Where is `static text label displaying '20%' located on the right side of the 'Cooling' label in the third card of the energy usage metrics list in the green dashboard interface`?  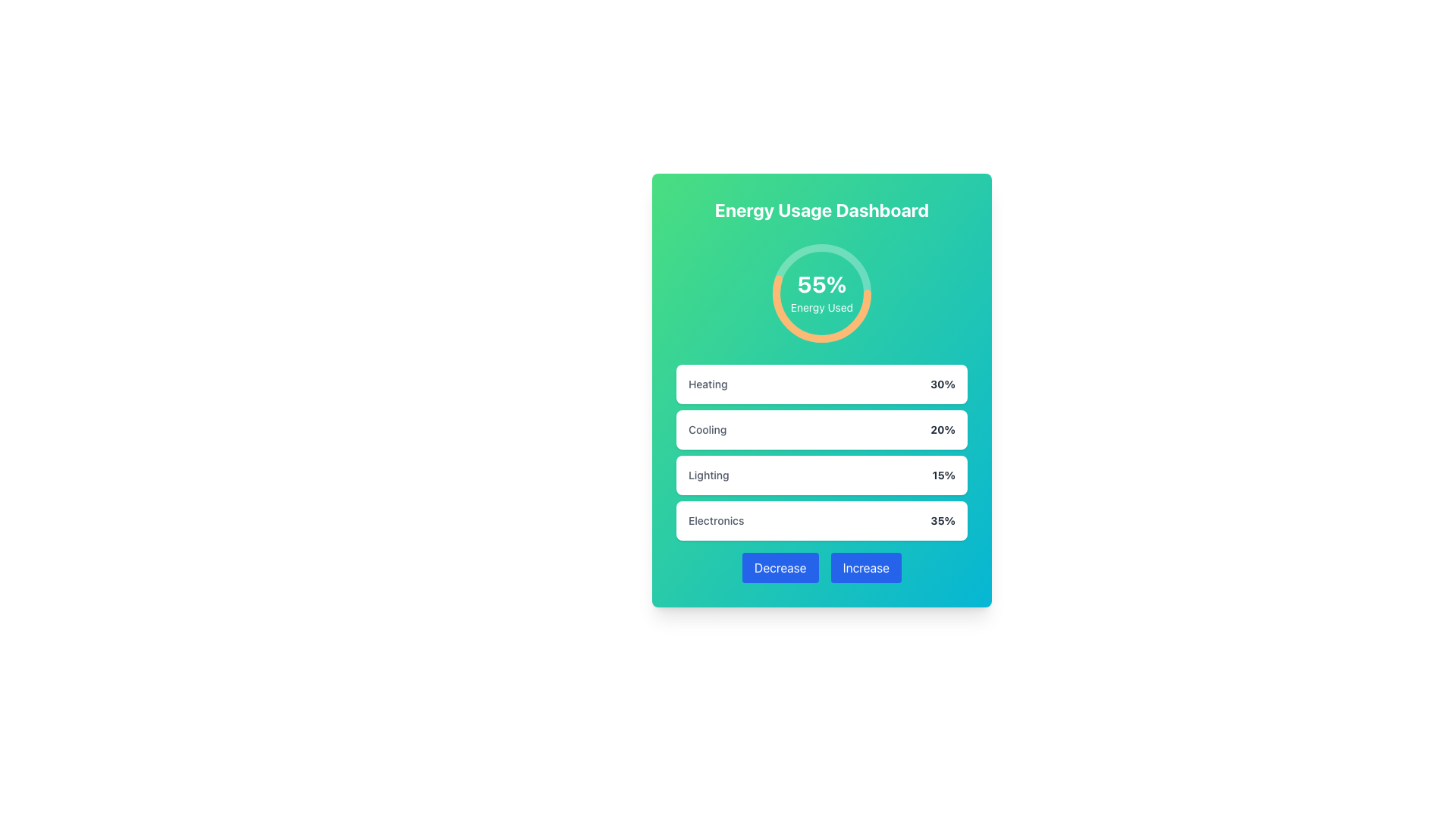
static text label displaying '20%' located on the right side of the 'Cooling' label in the third card of the energy usage metrics list in the green dashboard interface is located at coordinates (942, 430).